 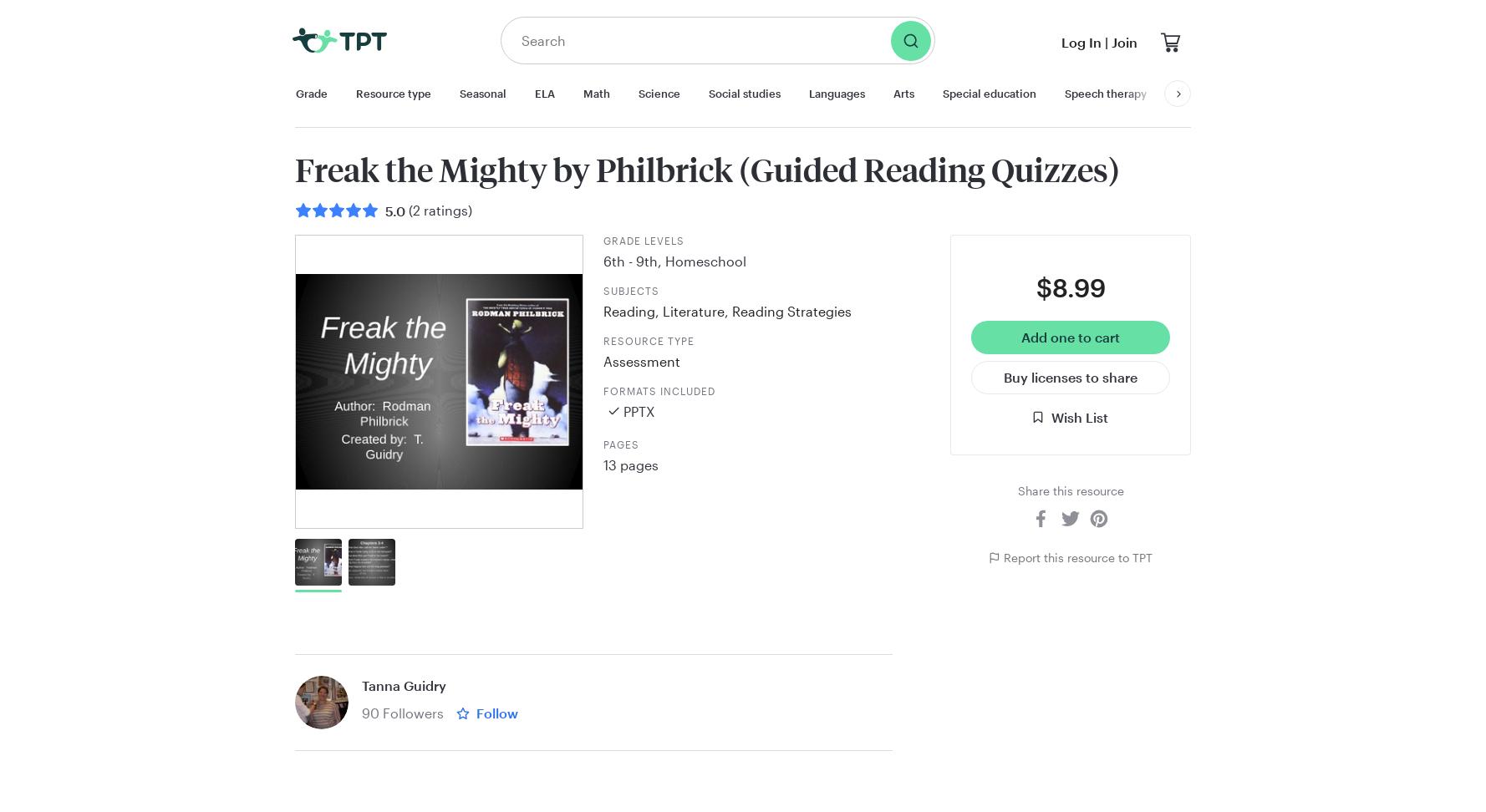 What do you see at coordinates (1071, 337) in the screenshot?
I see `'Add one to cart'` at bounding box center [1071, 337].